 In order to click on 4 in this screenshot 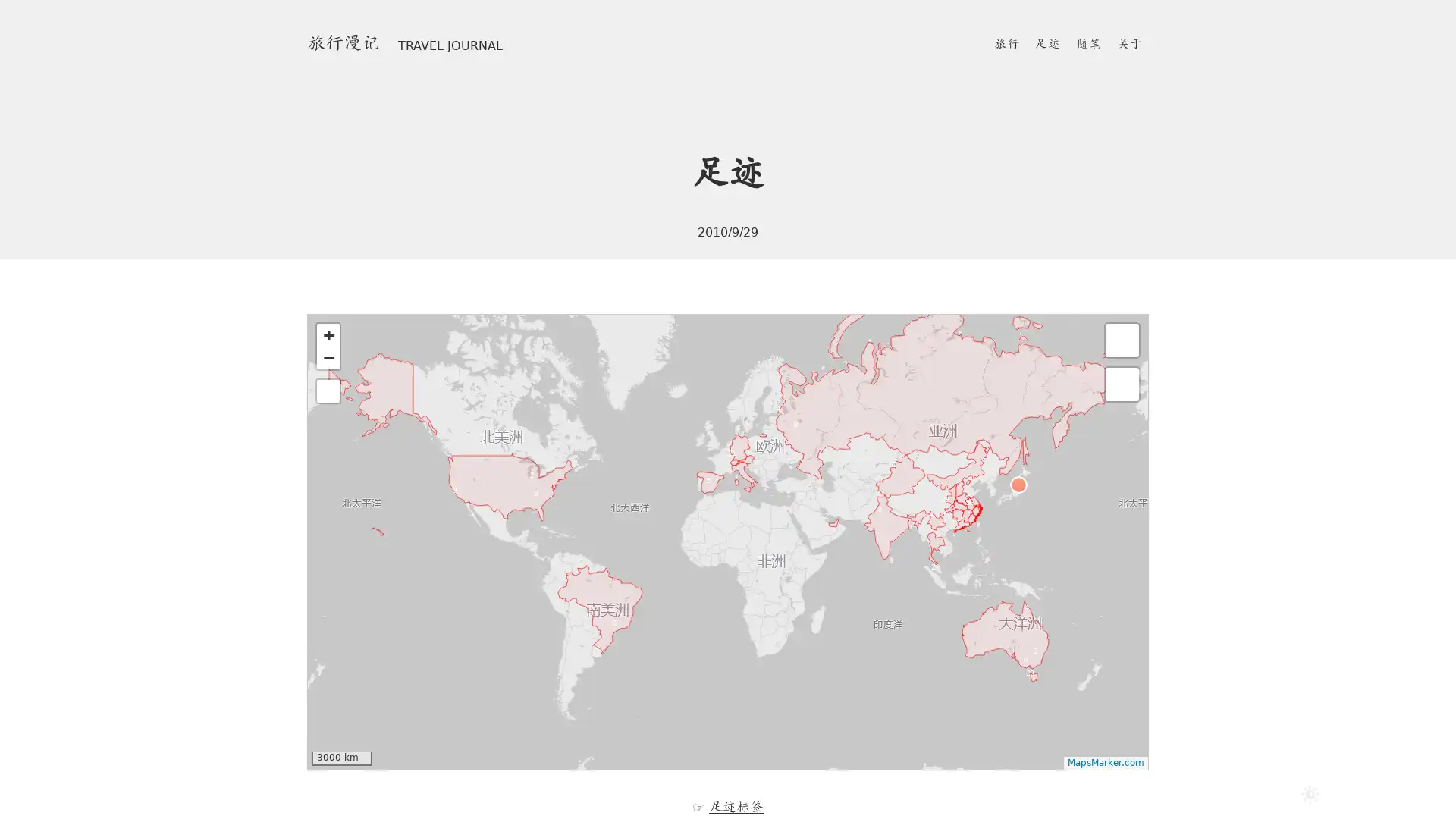, I will do `click(935, 519)`.